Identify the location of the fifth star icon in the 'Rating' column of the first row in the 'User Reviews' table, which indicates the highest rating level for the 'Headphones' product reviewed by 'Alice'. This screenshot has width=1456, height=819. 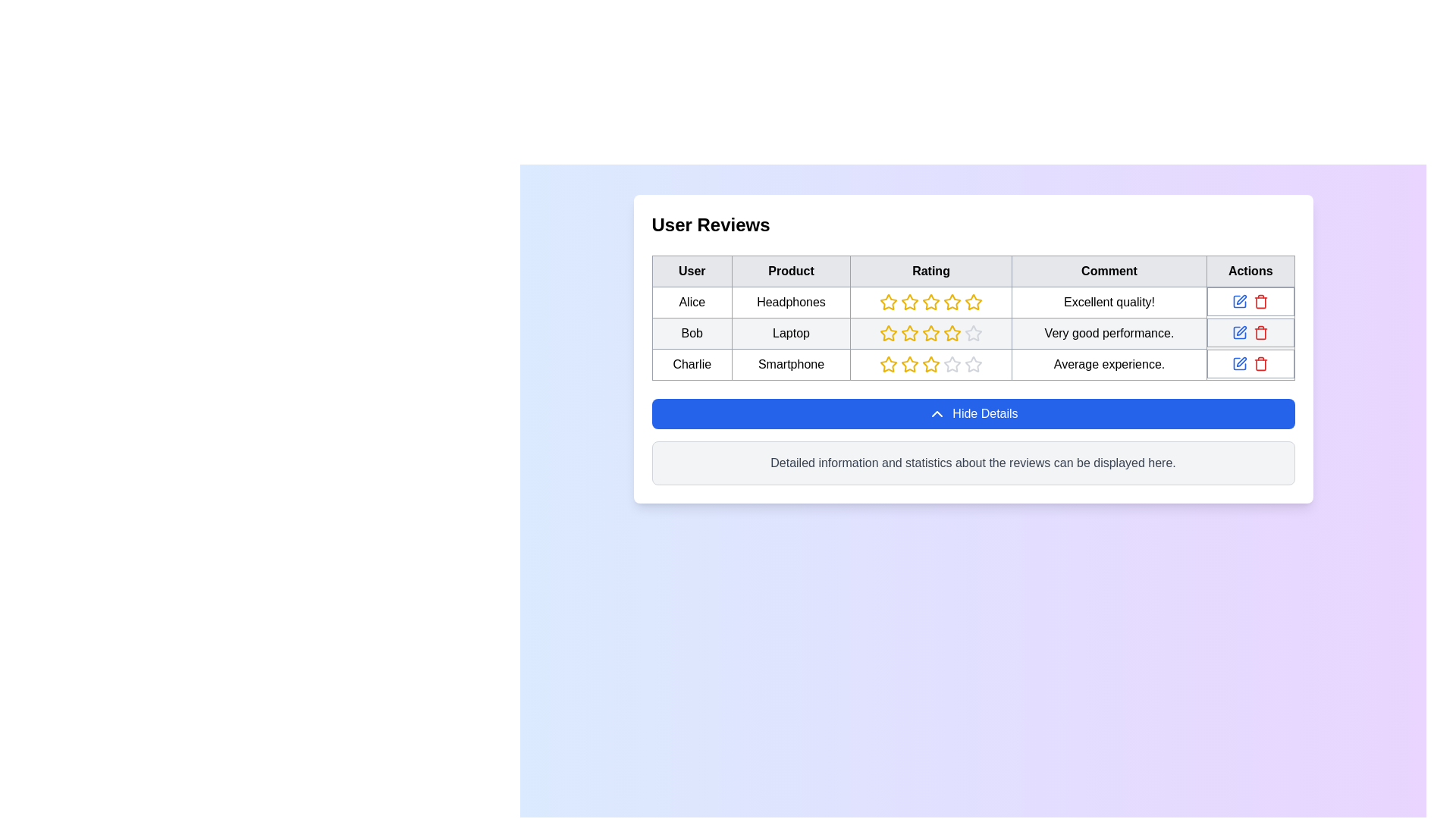
(952, 302).